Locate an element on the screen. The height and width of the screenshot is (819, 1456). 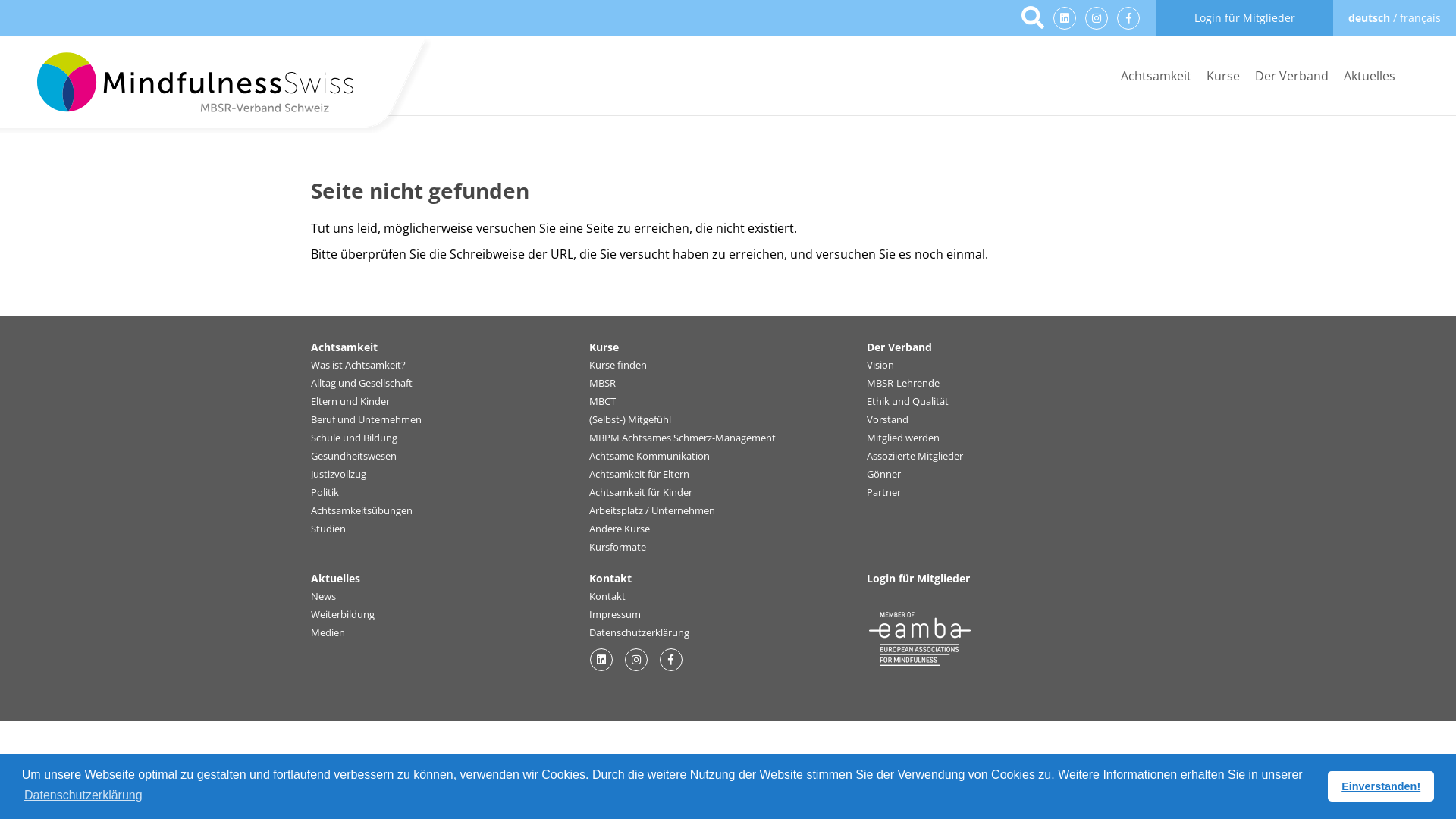
'Vision' is located at coordinates (880, 366).